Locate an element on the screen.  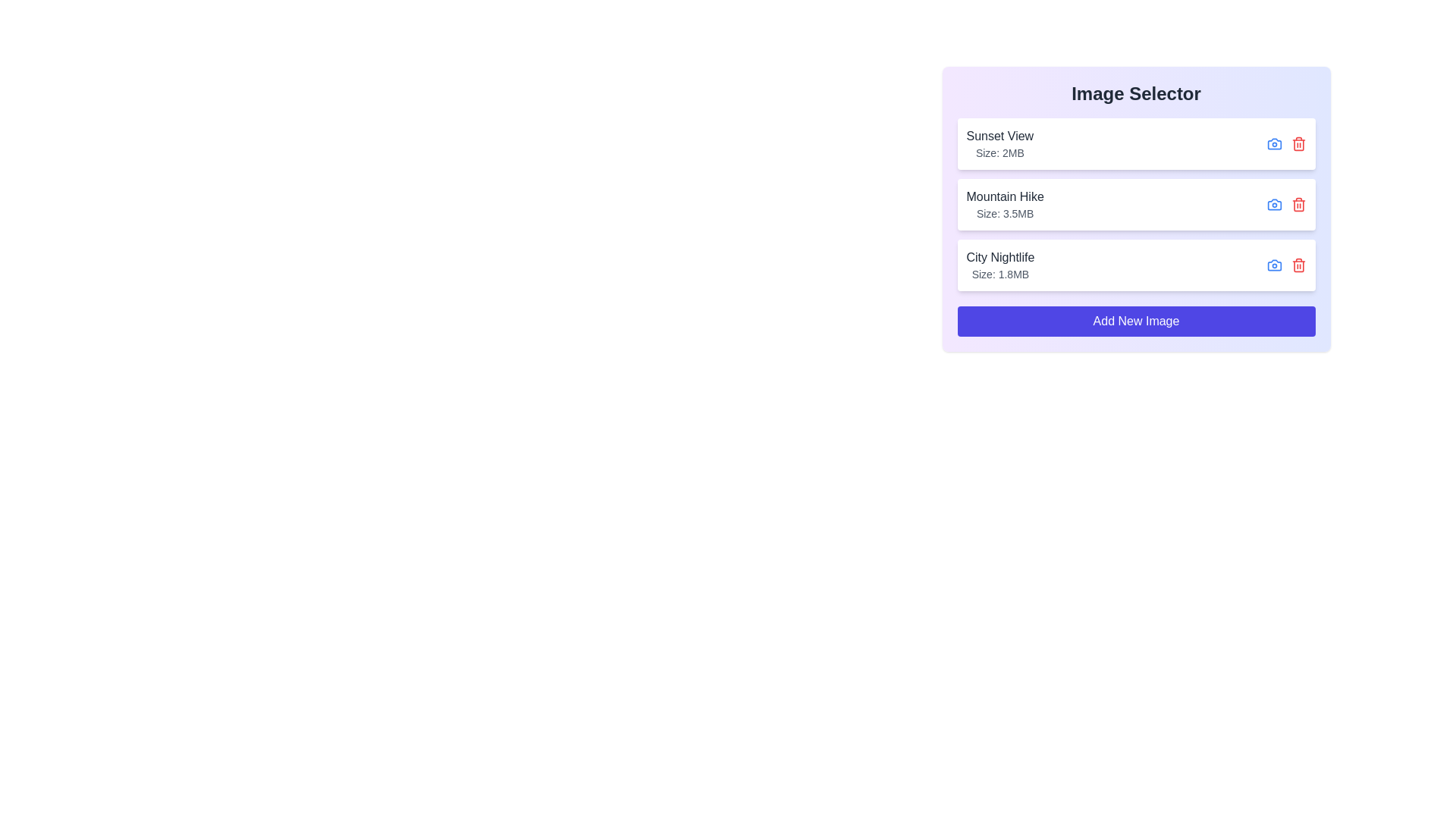
the camera icon for Sunset View to view the image is located at coordinates (1274, 143).